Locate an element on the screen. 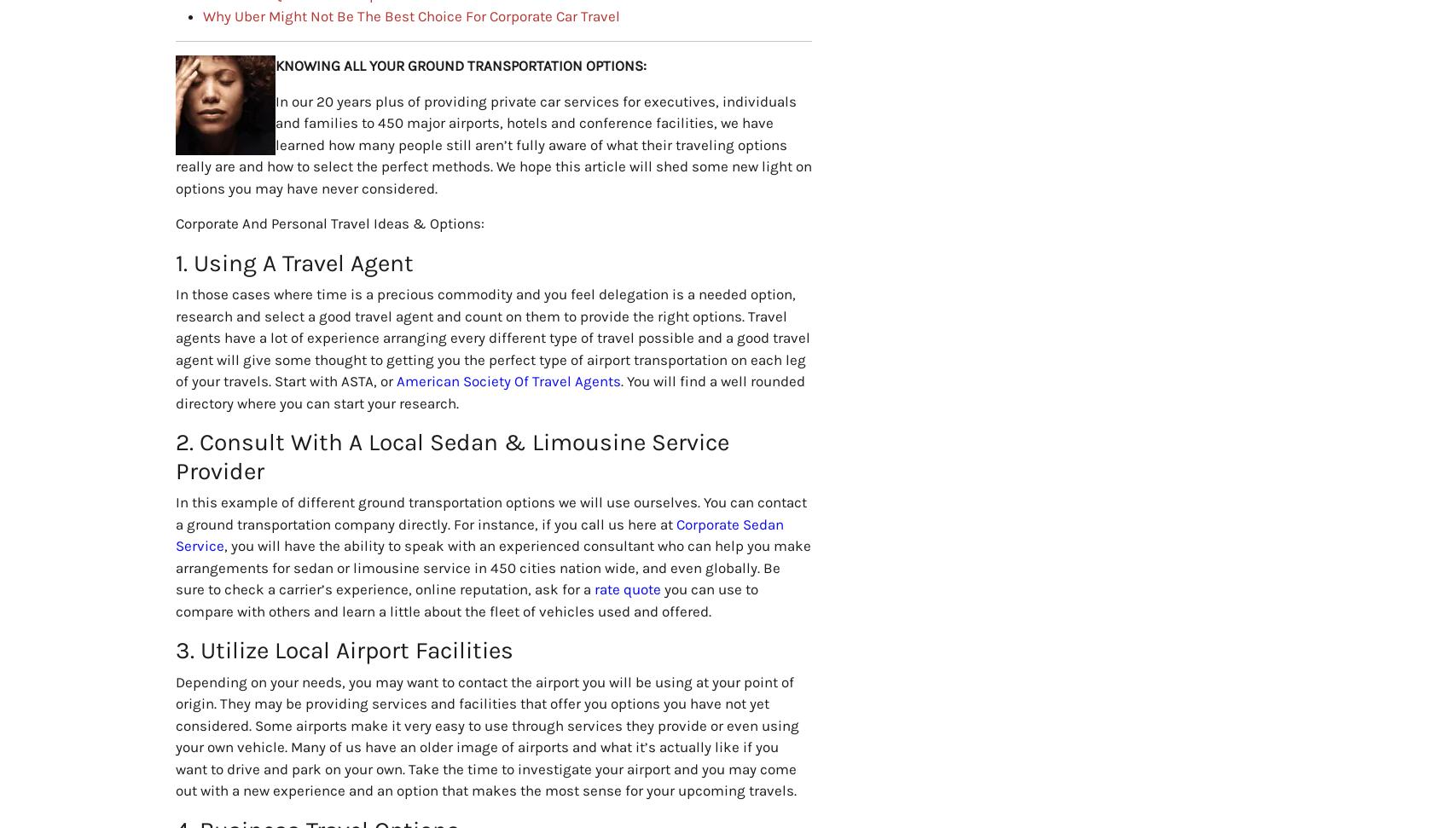 This screenshot has height=828, width=1456. 'Prom Transportation' is located at coordinates (1082, 536).